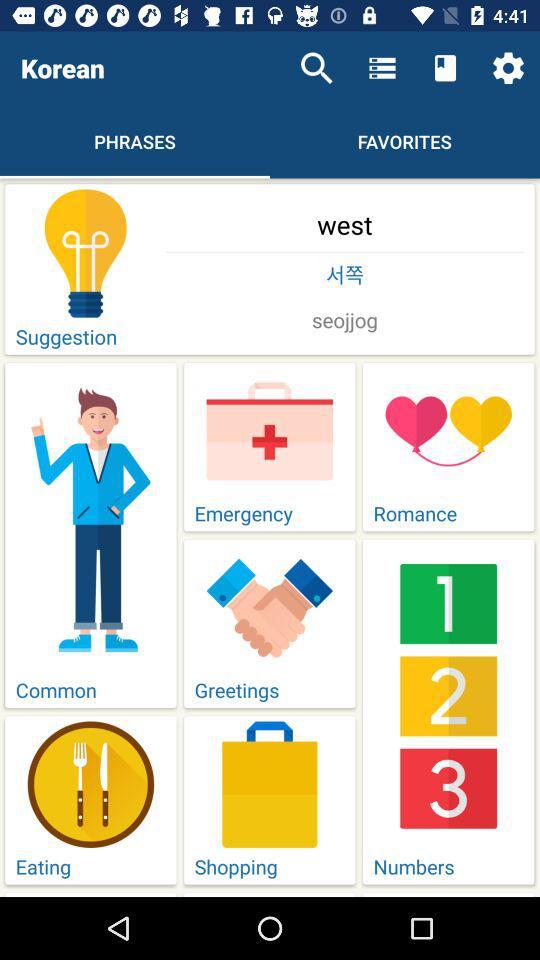 The image size is (540, 960). I want to click on icon to the right of korean item, so click(316, 68).